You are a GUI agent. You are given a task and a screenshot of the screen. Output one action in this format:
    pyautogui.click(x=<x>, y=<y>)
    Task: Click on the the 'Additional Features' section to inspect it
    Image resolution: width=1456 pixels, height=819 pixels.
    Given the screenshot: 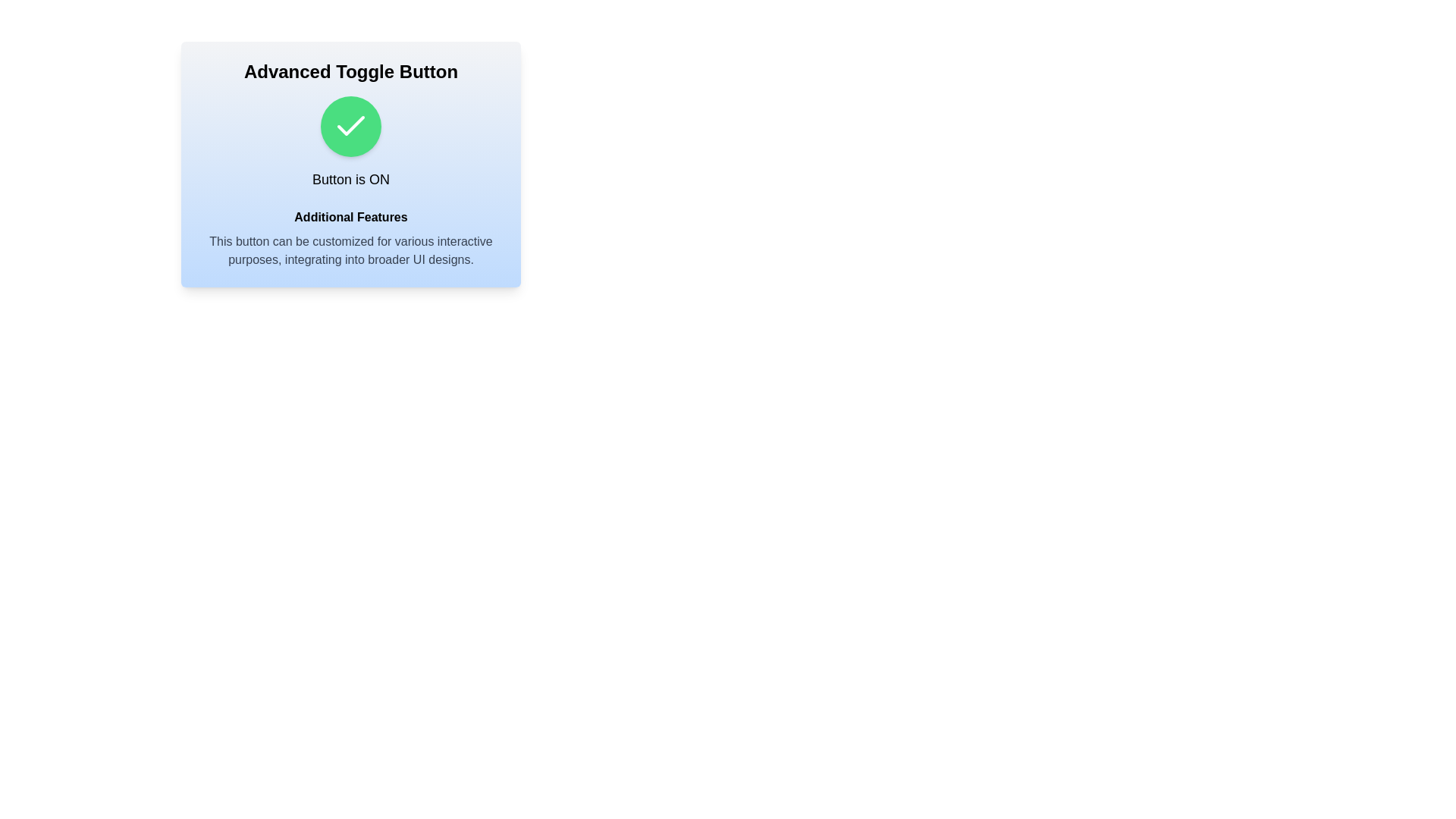 What is the action you would take?
    pyautogui.click(x=350, y=217)
    